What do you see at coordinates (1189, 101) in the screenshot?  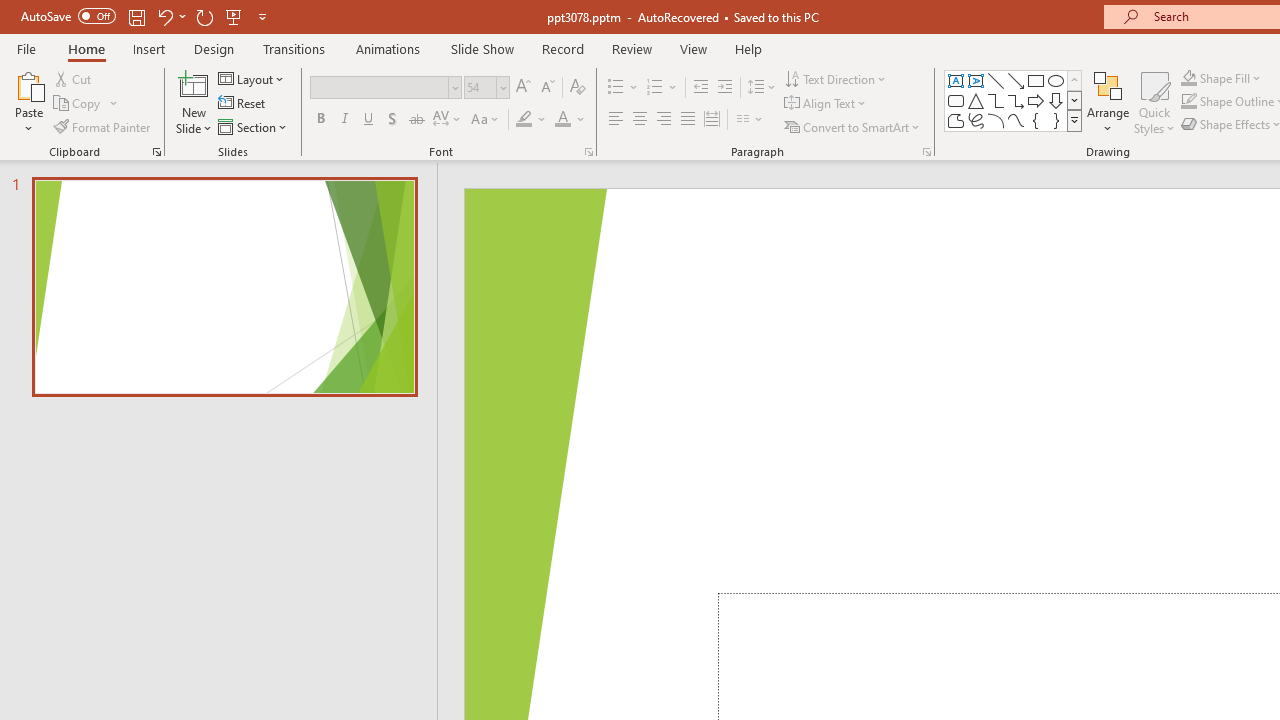 I see `'Shape Outline Green, Accent 1'` at bounding box center [1189, 101].